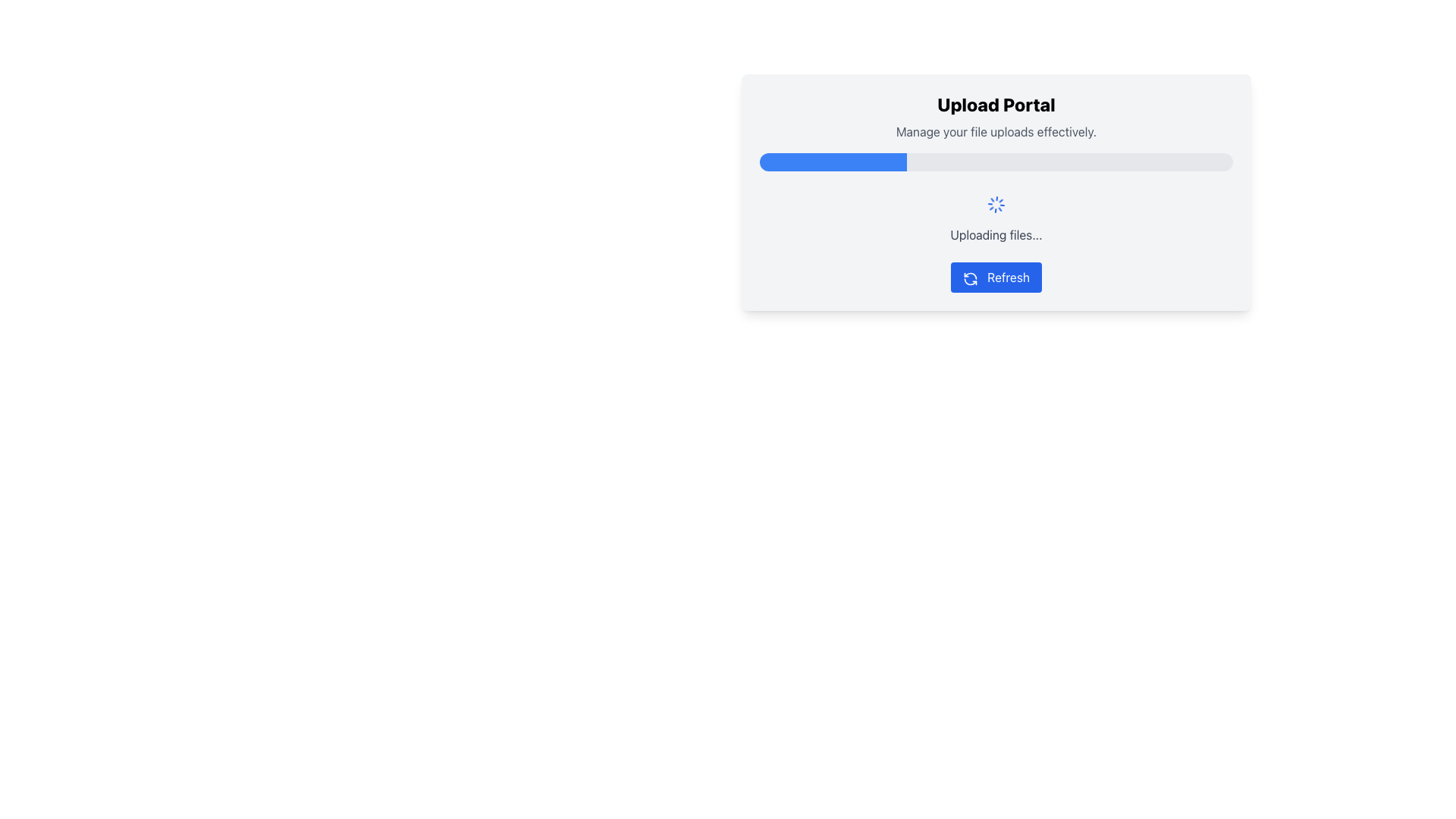 This screenshot has height=819, width=1456. I want to click on the static text label indicating that files are currently being uploaded, located directly below the spinning loader icon and horizontally centered in the modal interface, so click(996, 234).